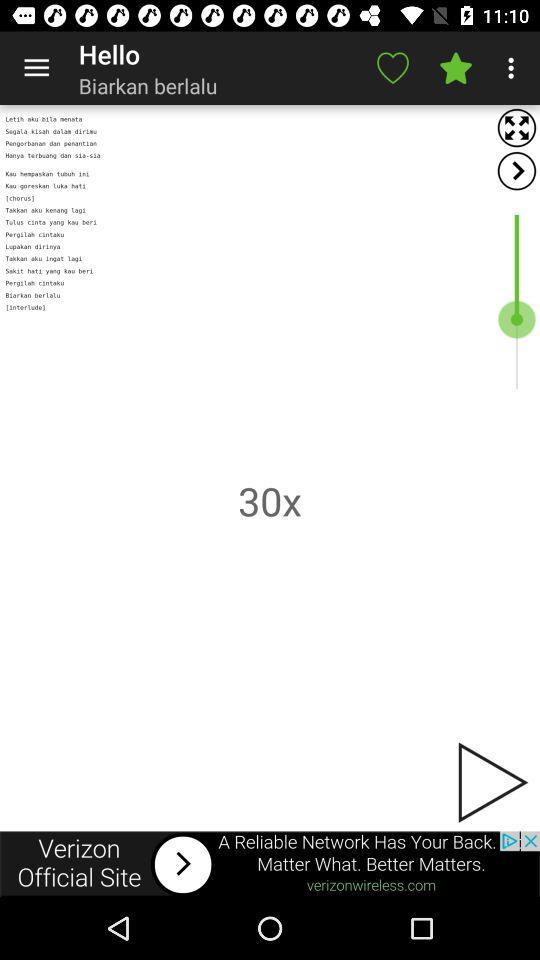 This screenshot has height=960, width=540. I want to click on expand image, so click(516, 127).